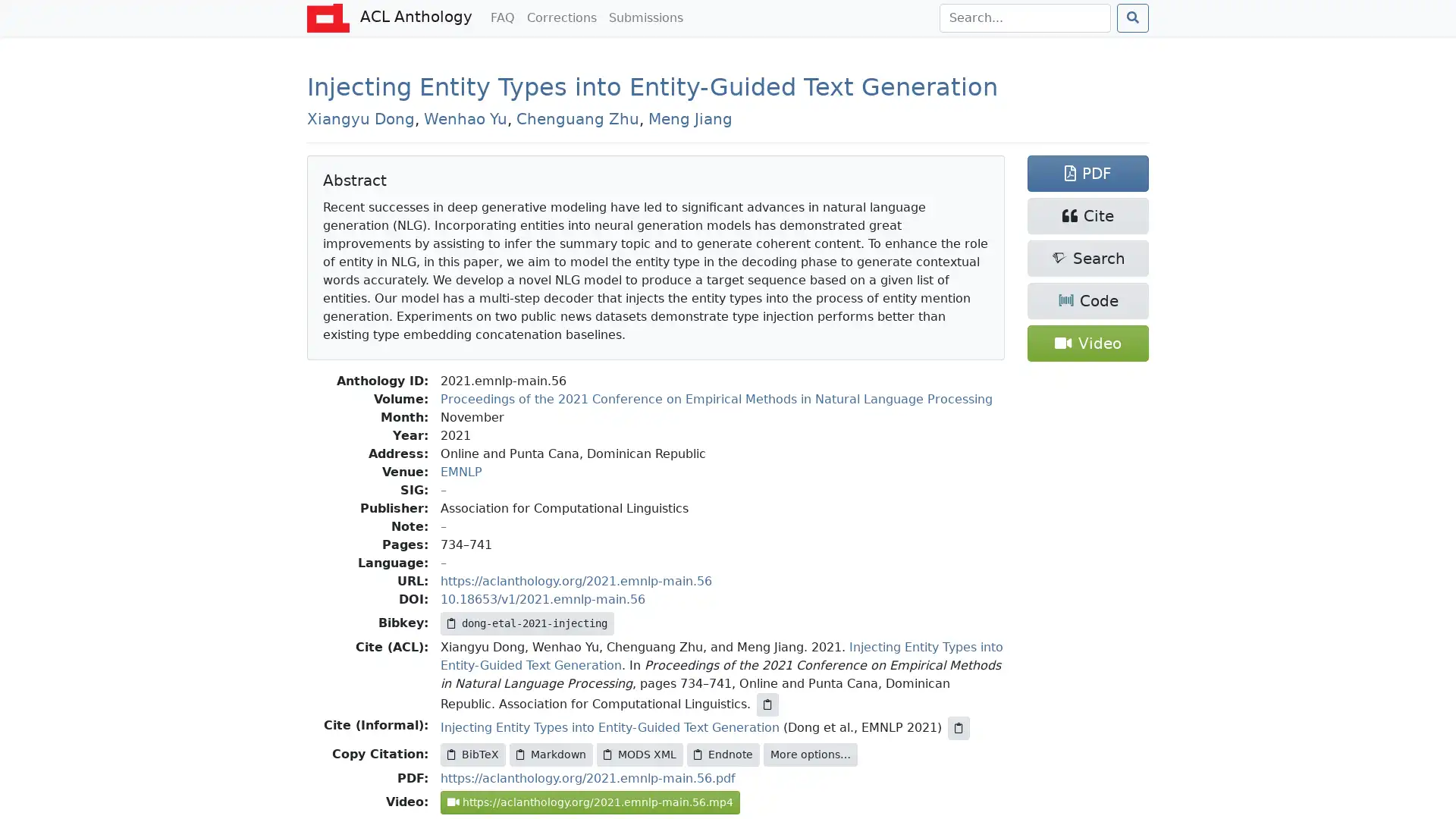 Image resolution: width=1456 pixels, height=819 pixels. What do you see at coordinates (640, 755) in the screenshot?
I see `MODS XML` at bounding box center [640, 755].